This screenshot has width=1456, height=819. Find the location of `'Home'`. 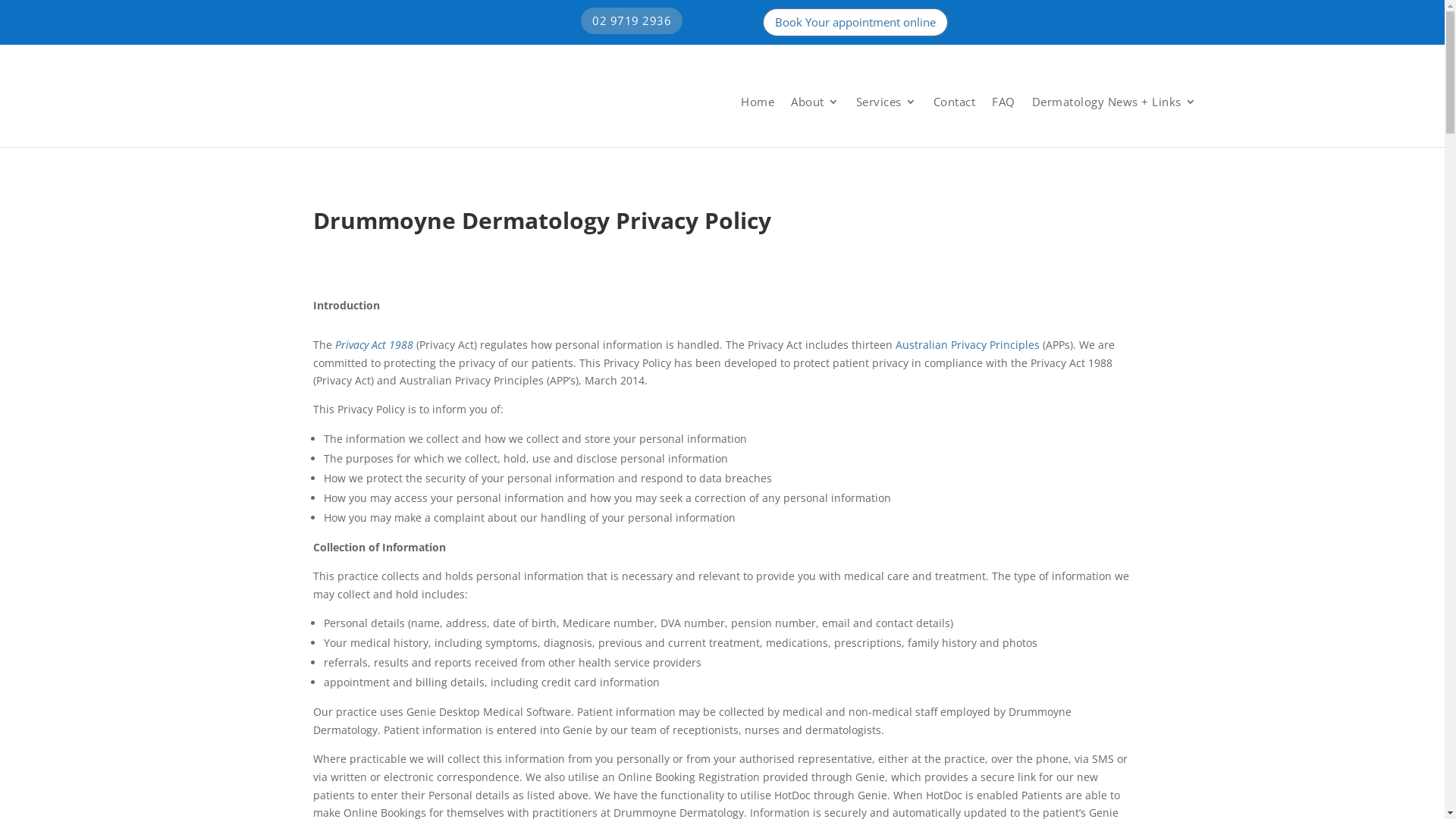

'Home' is located at coordinates (757, 102).